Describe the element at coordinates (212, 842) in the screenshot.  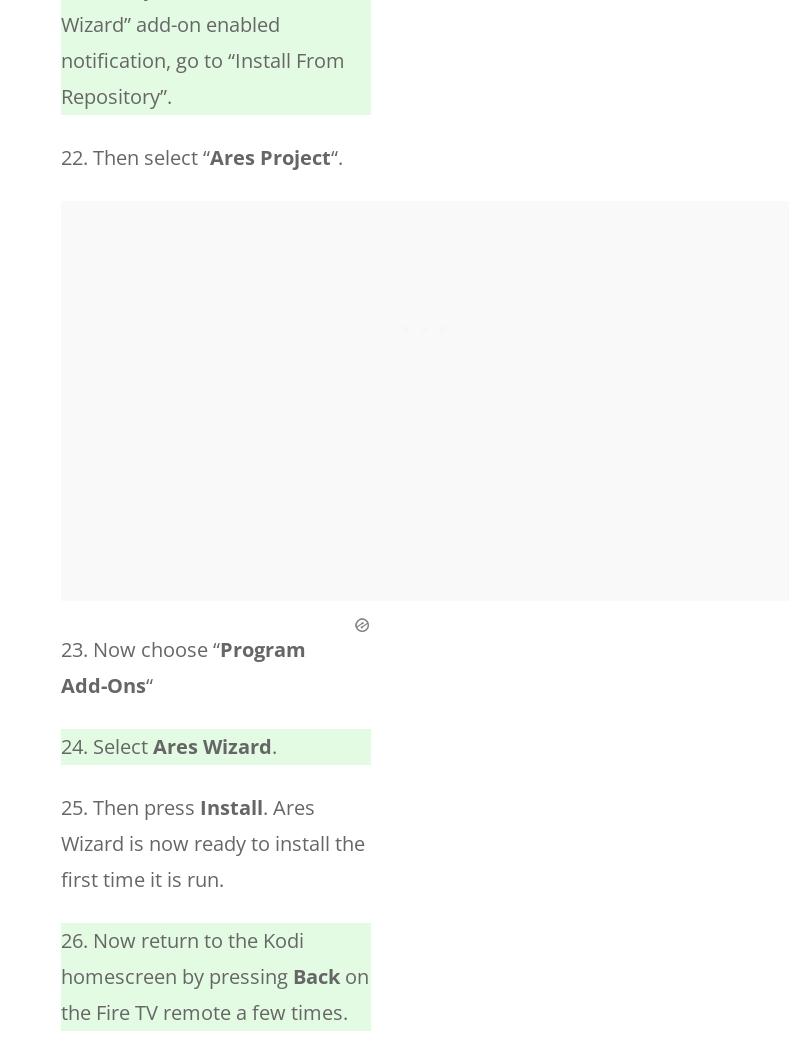
I see `'. Ares Wizard is now ready to install the first time it is run.'` at that location.